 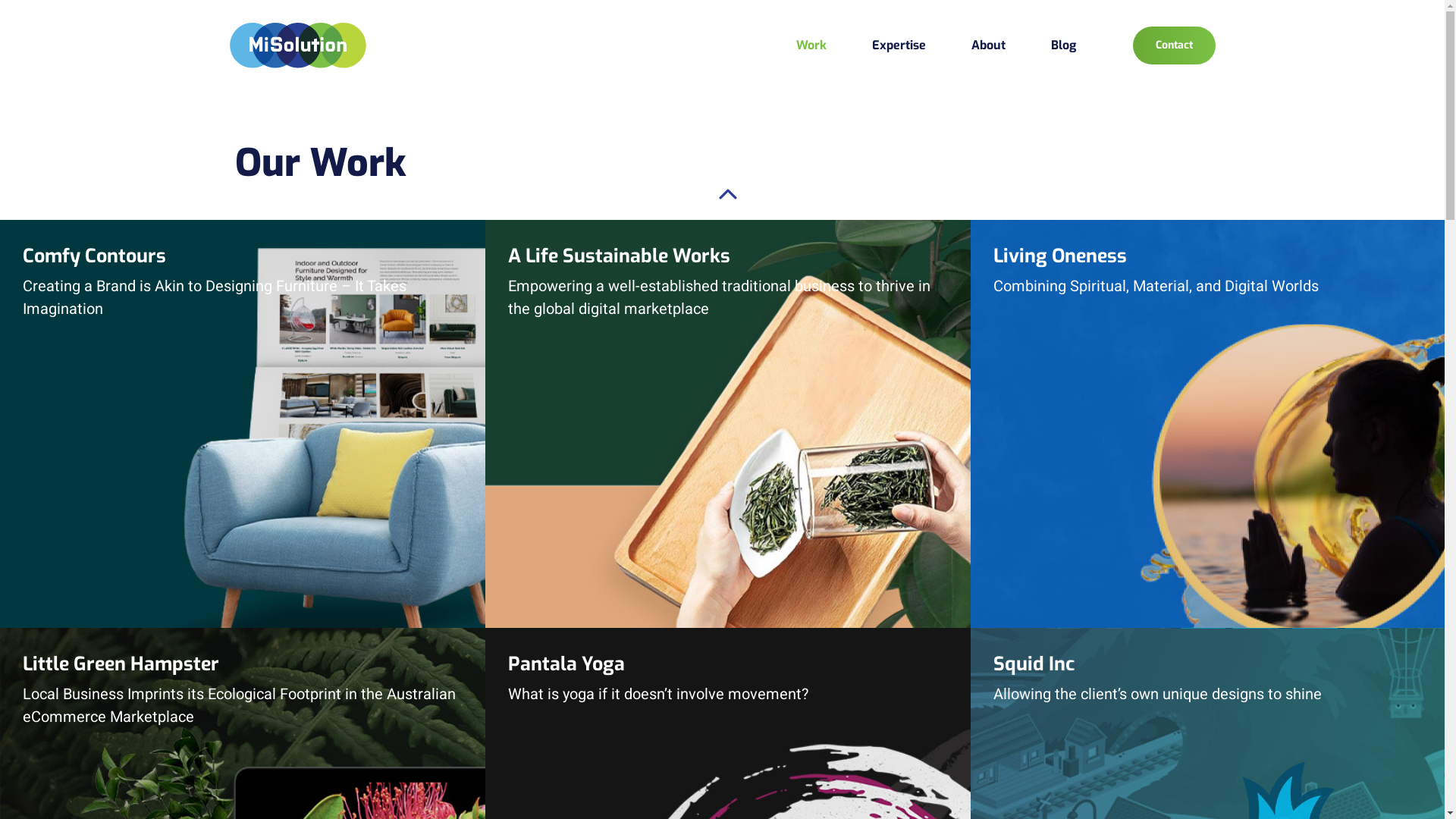 What do you see at coordinates (987, 44) in the screenshot?
I see `'About'` at bounding box center [987, 44].